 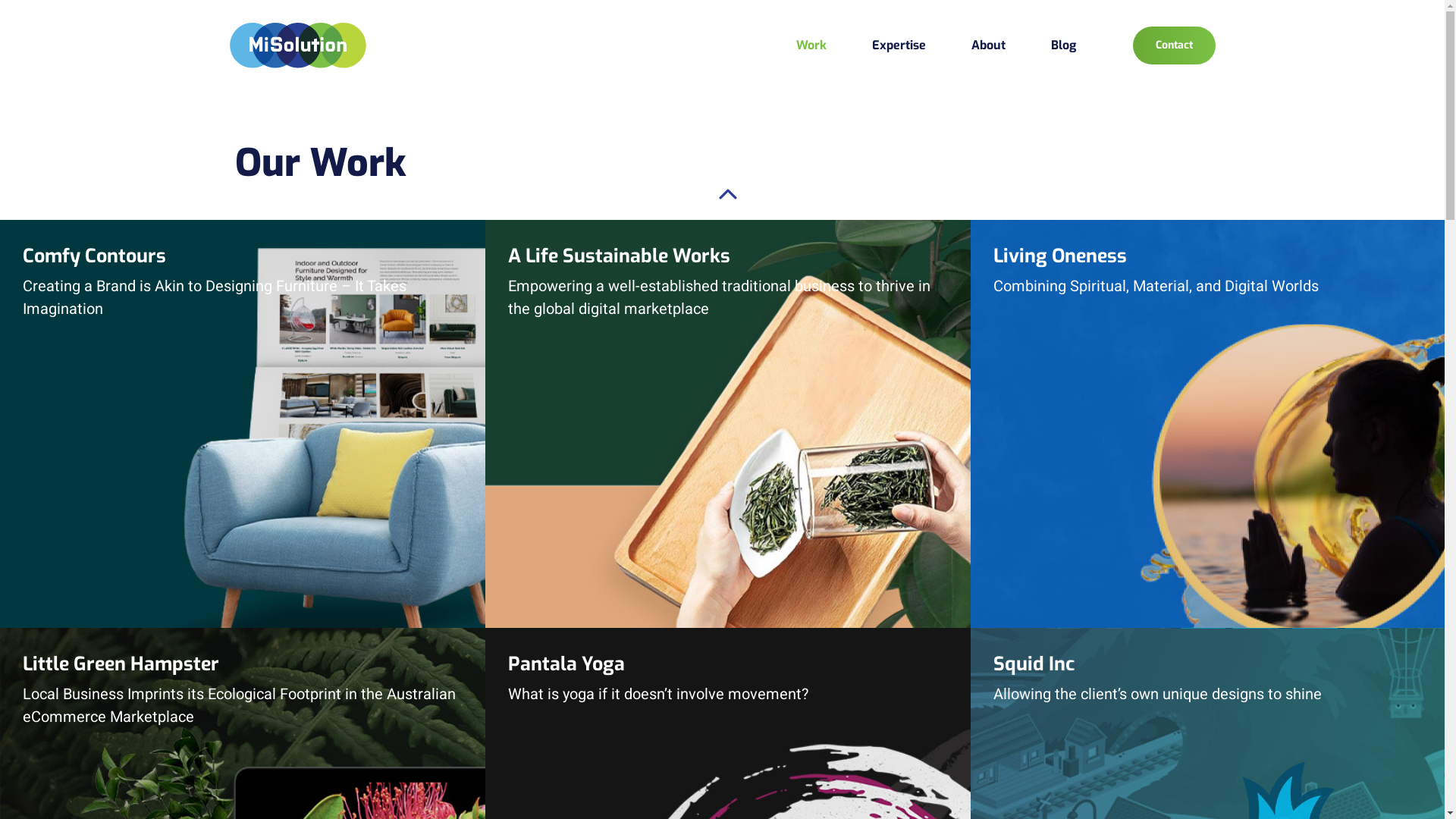 What do you see at coordinates (987, 44) in the screenshot?
I see `'About'` at bounding box center [987, 44].